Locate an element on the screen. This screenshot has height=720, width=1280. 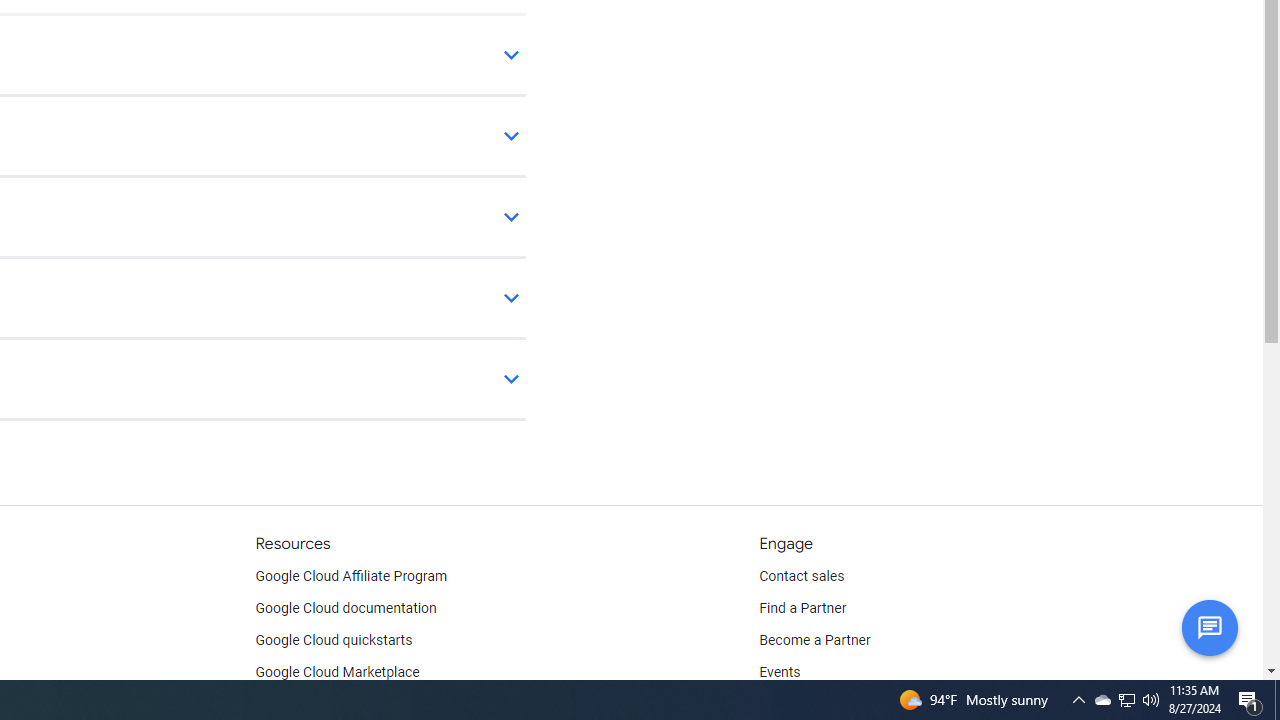
'Become a Partner' is located at coordinates (814, 640).